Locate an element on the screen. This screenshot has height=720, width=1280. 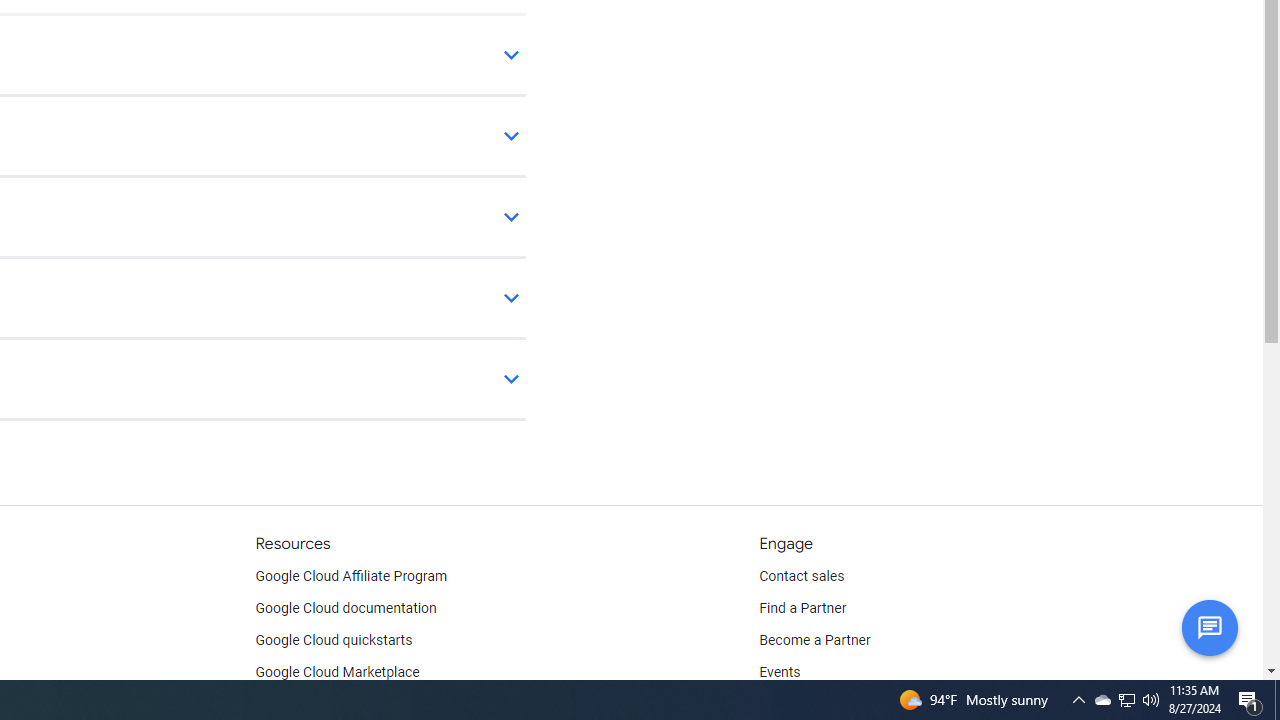
'Become a Partner' is located at coordinates (814, 640).